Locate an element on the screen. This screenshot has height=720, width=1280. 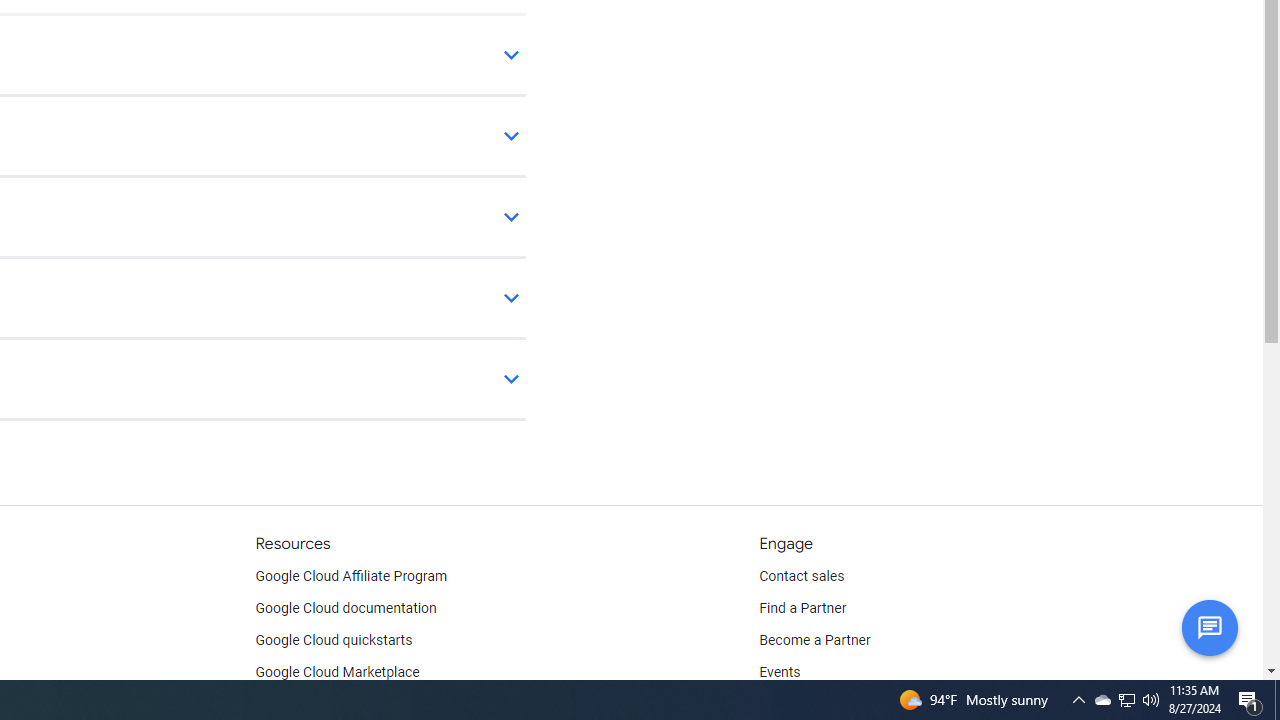
'Become a Partner' is located at coordinates (814, 640).